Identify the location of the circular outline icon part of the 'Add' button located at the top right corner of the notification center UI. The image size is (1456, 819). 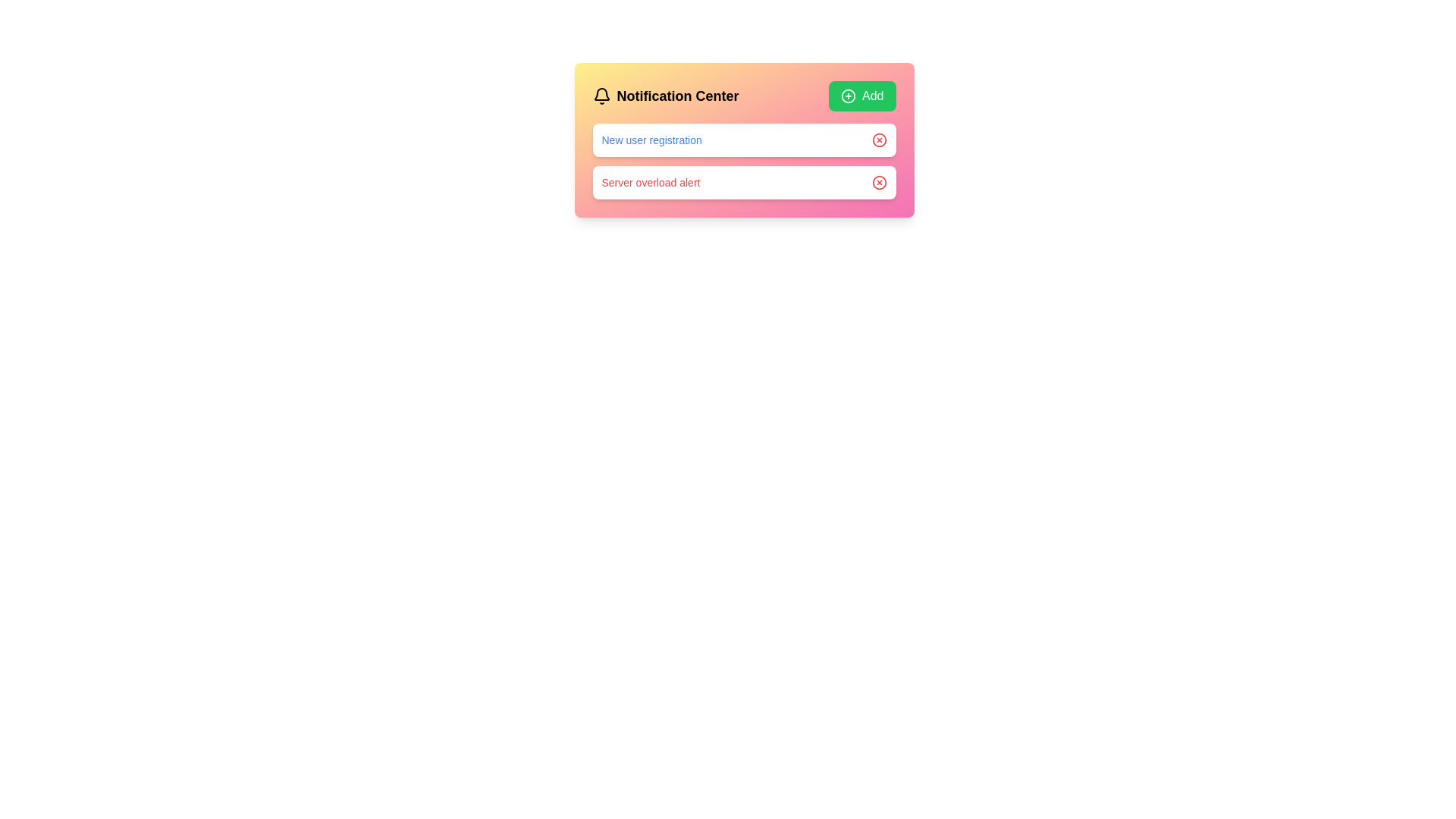
(847, 96).